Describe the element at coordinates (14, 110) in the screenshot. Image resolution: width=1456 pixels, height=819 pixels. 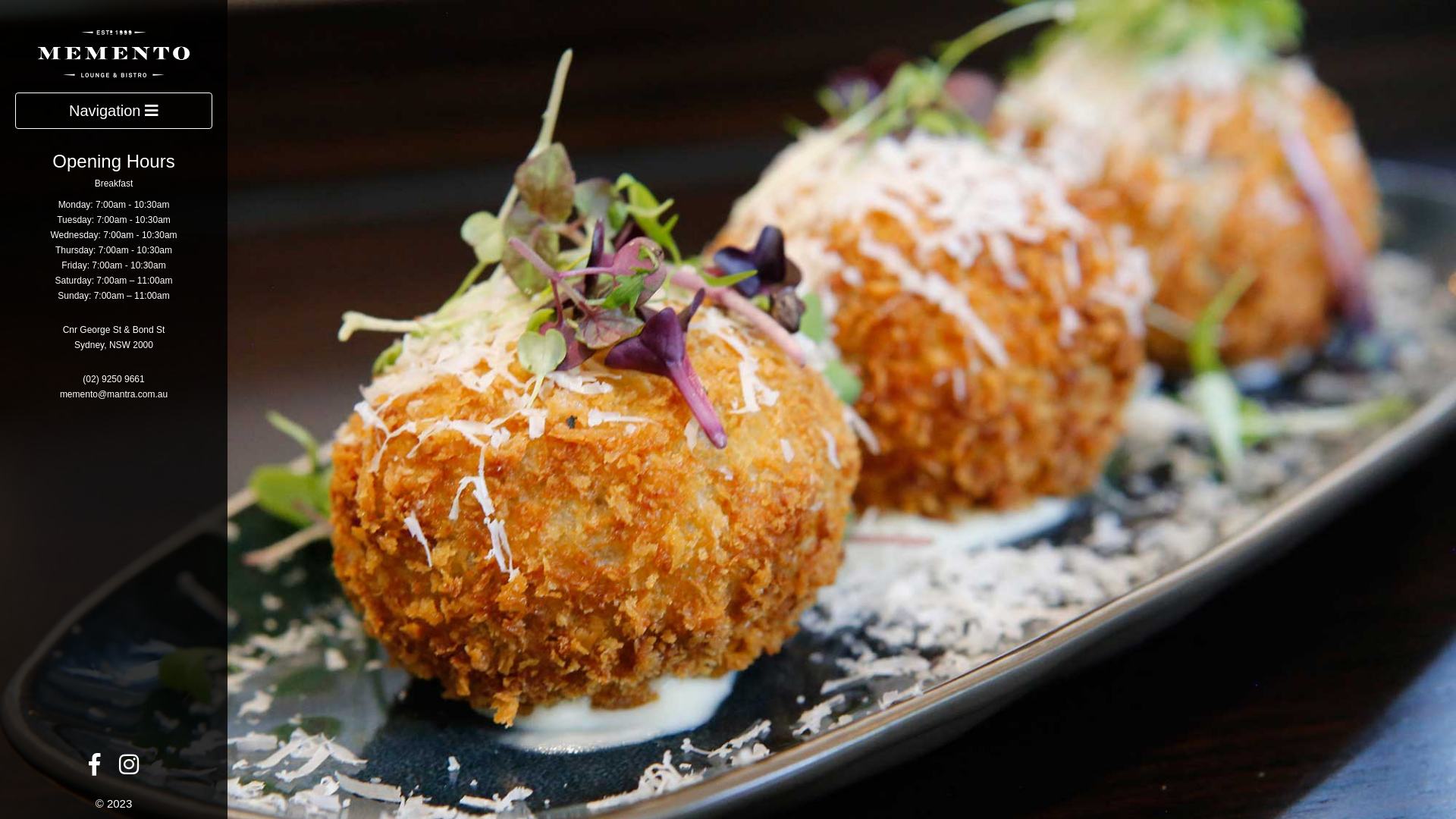
I see `'Navigation'` at that location.